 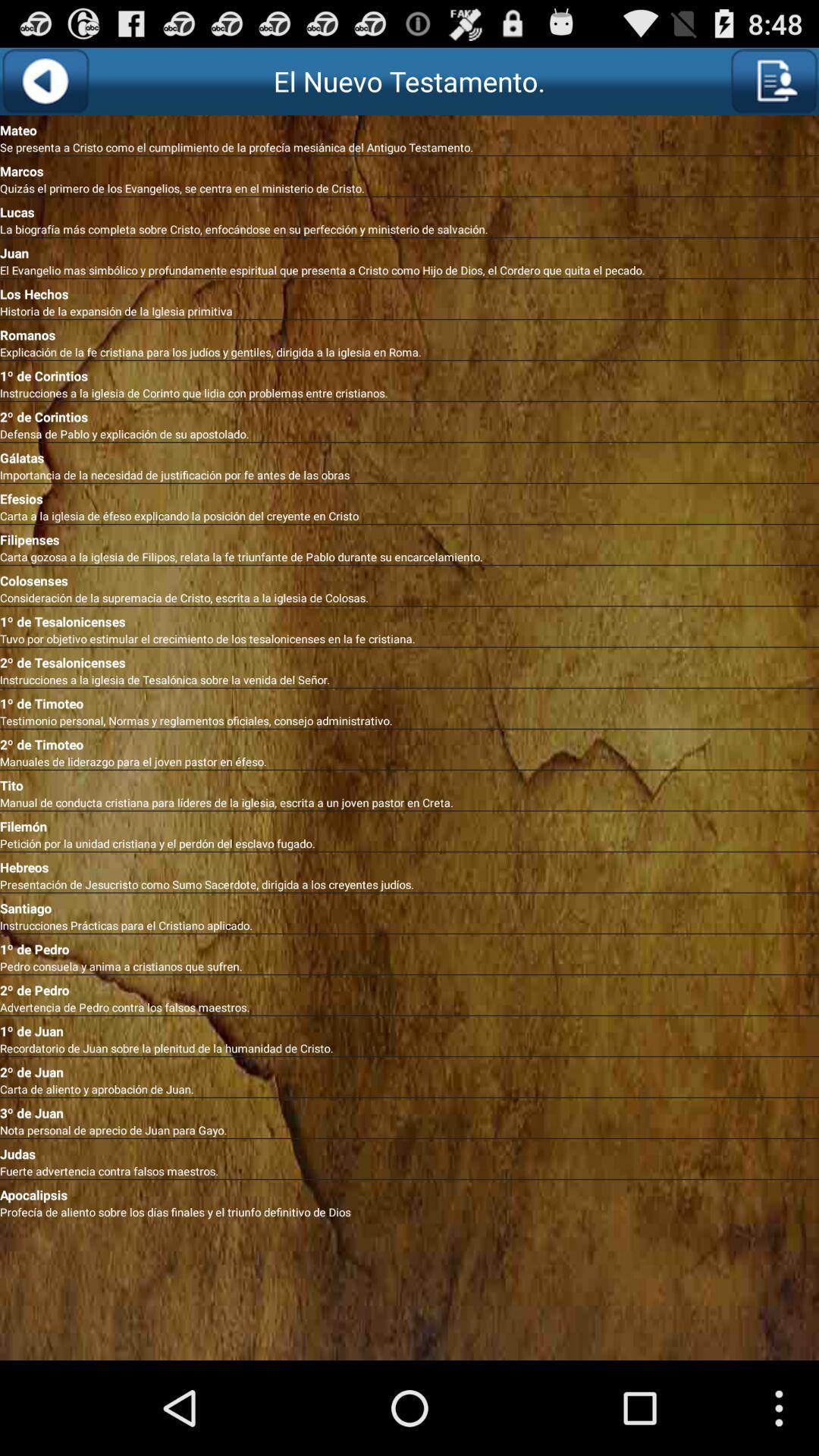 What do you see at coordinates (773, 80) in the screenshot?
I see `item at the top right corner` at bounding box center [773, 80].